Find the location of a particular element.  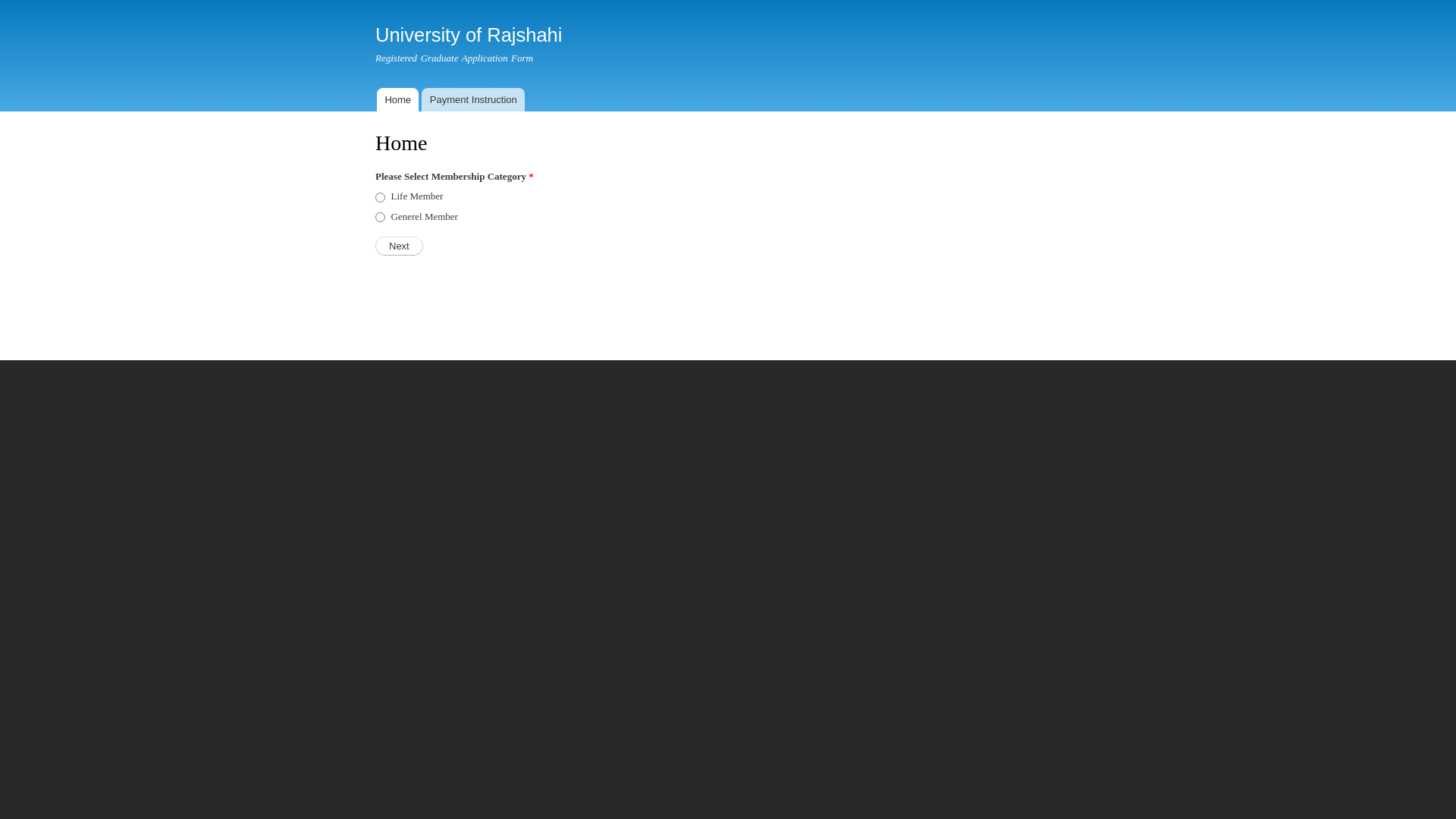

'Payment Instruction' is located at coordinates (472, 99).